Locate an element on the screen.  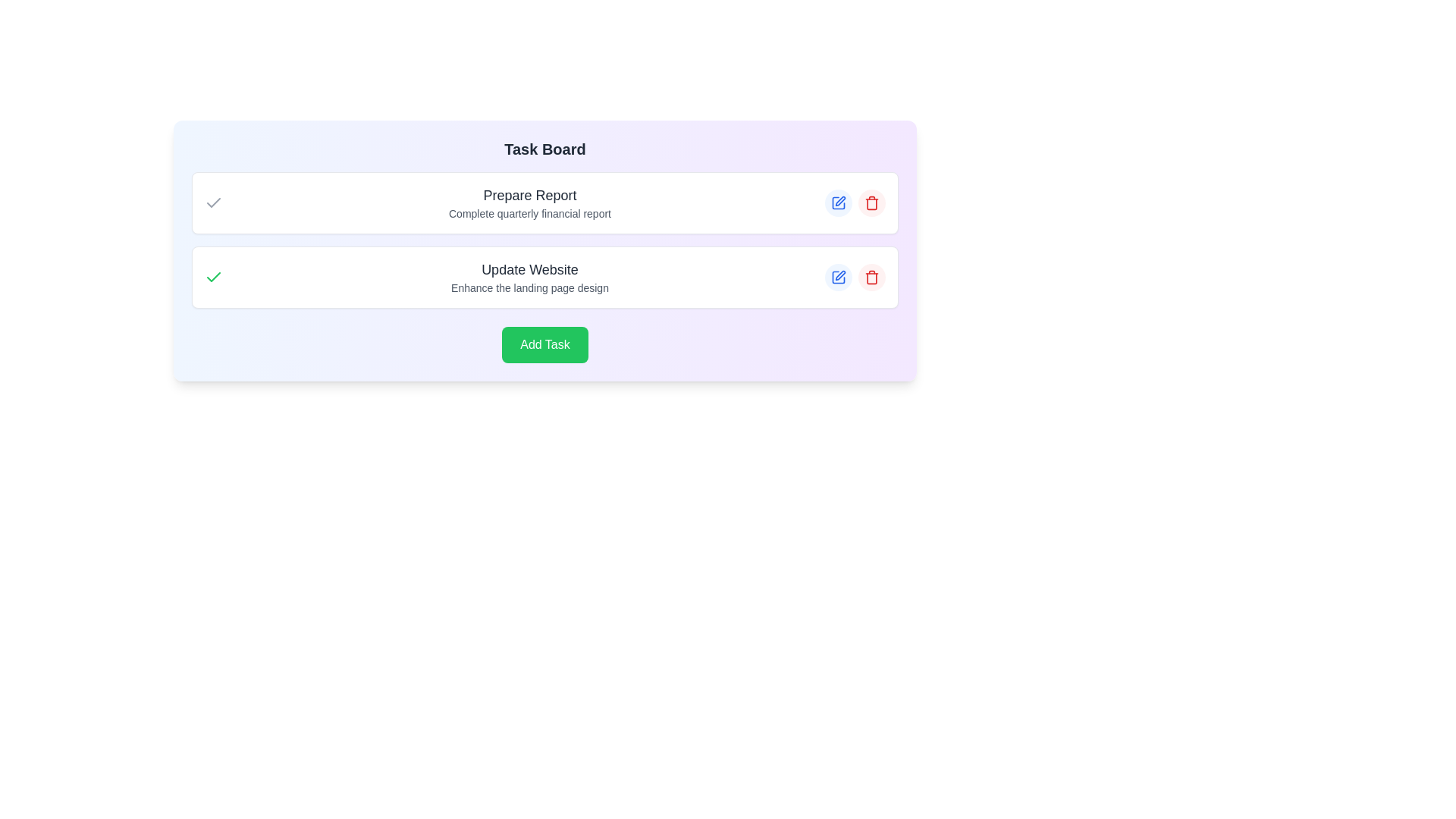
the circular button with a light red background and a red trash bin icon, which is positioned as the second button in a horizontal group of two buttons at the far right of the task row labeled 'Update Website' is located at coordinates (872, 278).